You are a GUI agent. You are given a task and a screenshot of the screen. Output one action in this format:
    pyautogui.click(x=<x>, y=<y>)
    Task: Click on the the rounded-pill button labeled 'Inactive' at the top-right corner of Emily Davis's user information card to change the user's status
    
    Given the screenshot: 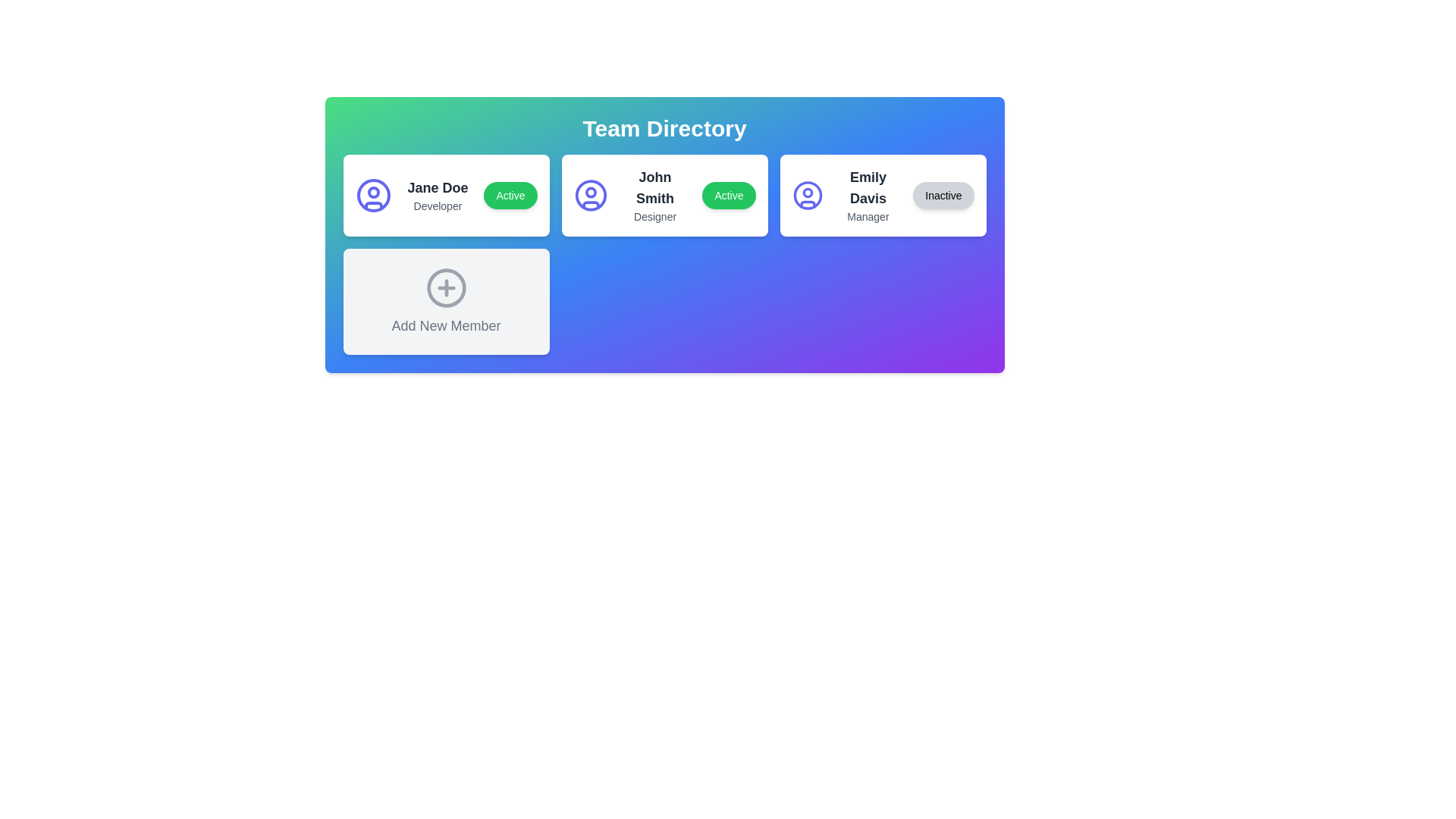 What is the action you would take?
    pyautogui.click(x=943, y=195)
    